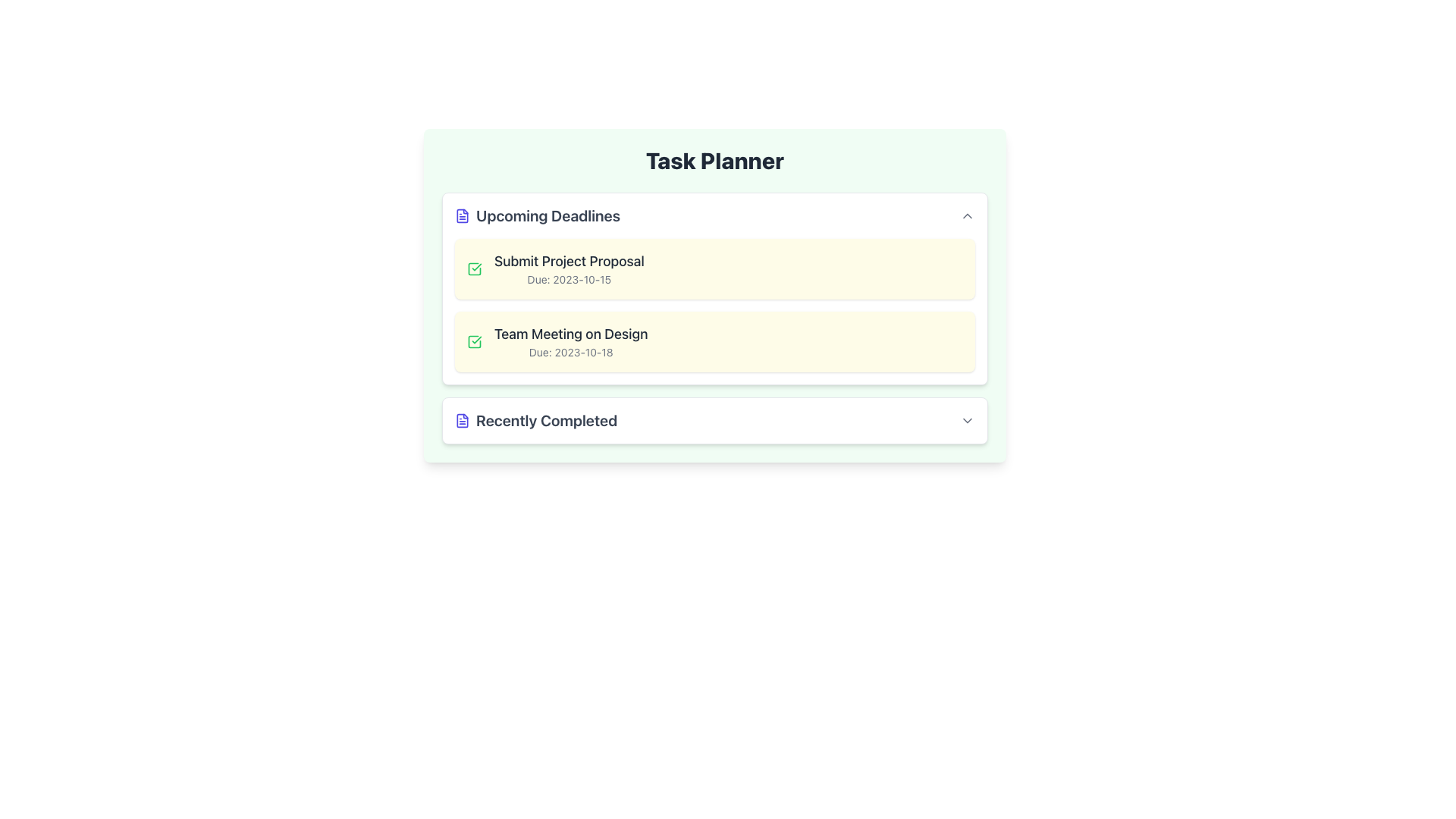  Describe the element at coordinates (568, 280) in the screenshot. I see `the static text displaying 'Due: 2023-10-15' located below the 'Submit Project Proposal' heading in the 'Upcoming Deadlines' section` at that location.